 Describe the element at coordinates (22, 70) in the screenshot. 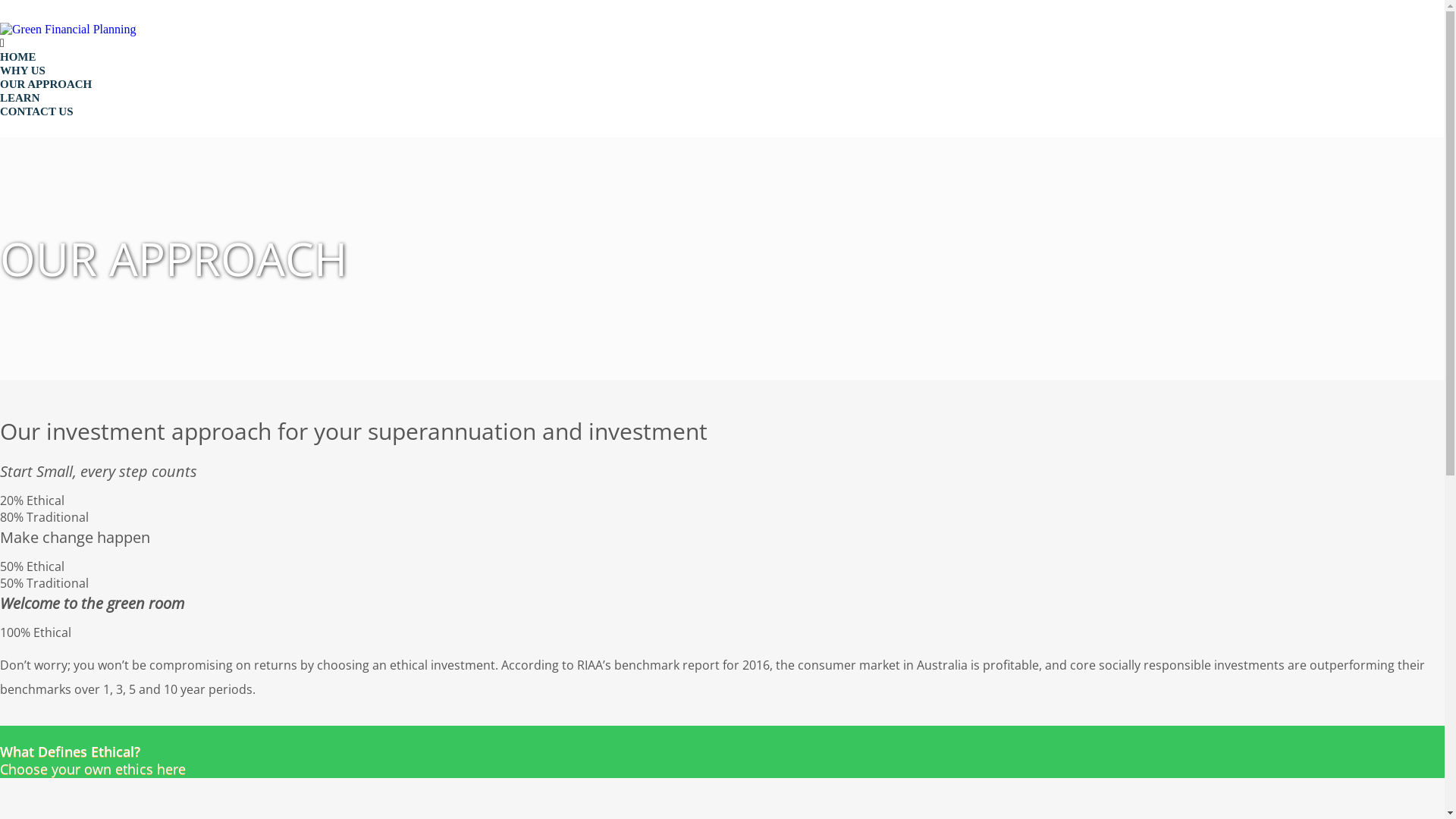

I see `'WHY US'` at that location.